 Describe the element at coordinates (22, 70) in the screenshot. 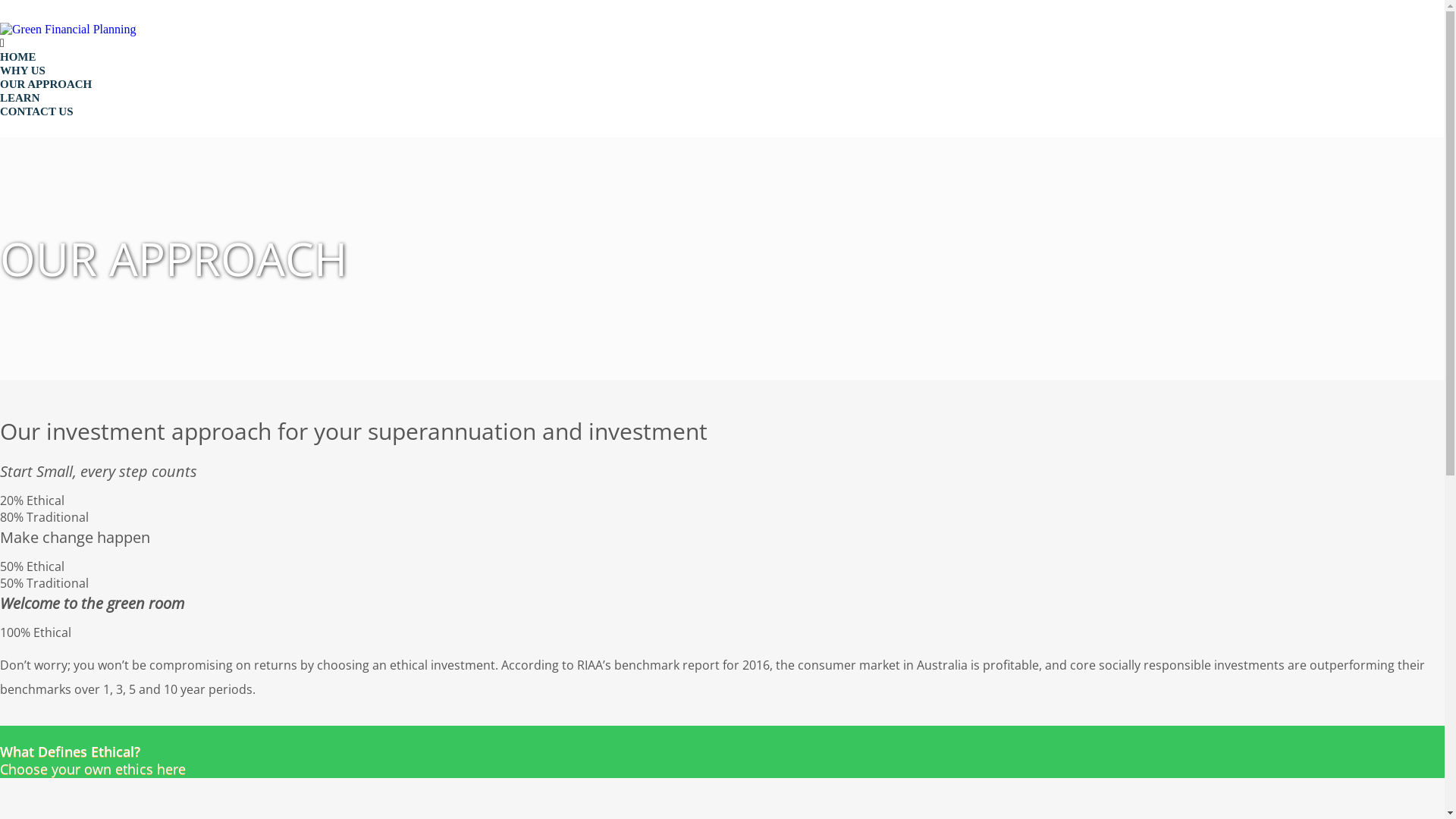

I see `'WHY US'` at that location.